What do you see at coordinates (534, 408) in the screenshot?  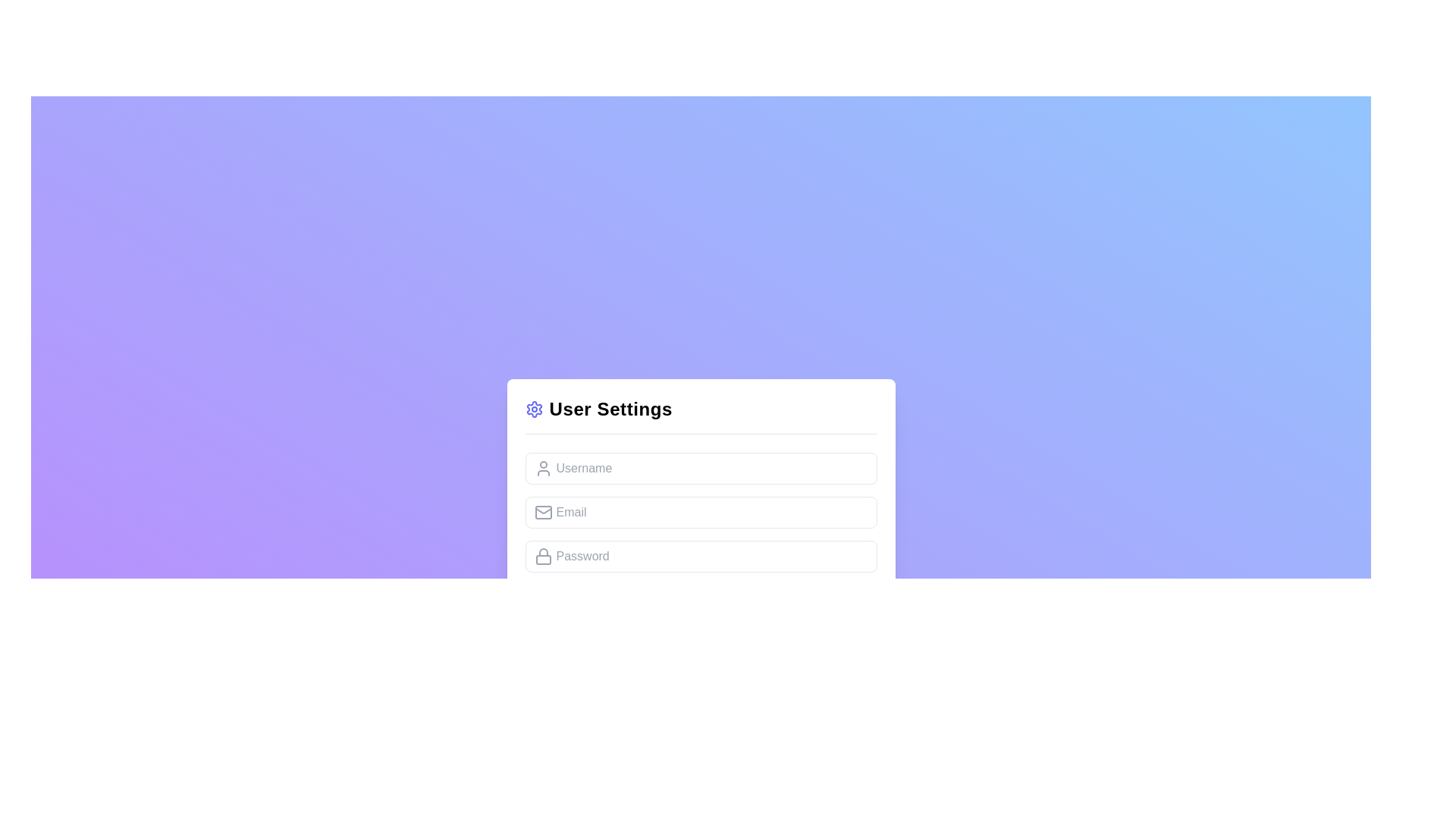 I see `the settings icon, which is a minimalistic gear or cog located at the leftmost part of the 'User Settings' title` at bounding box center [534, 408].